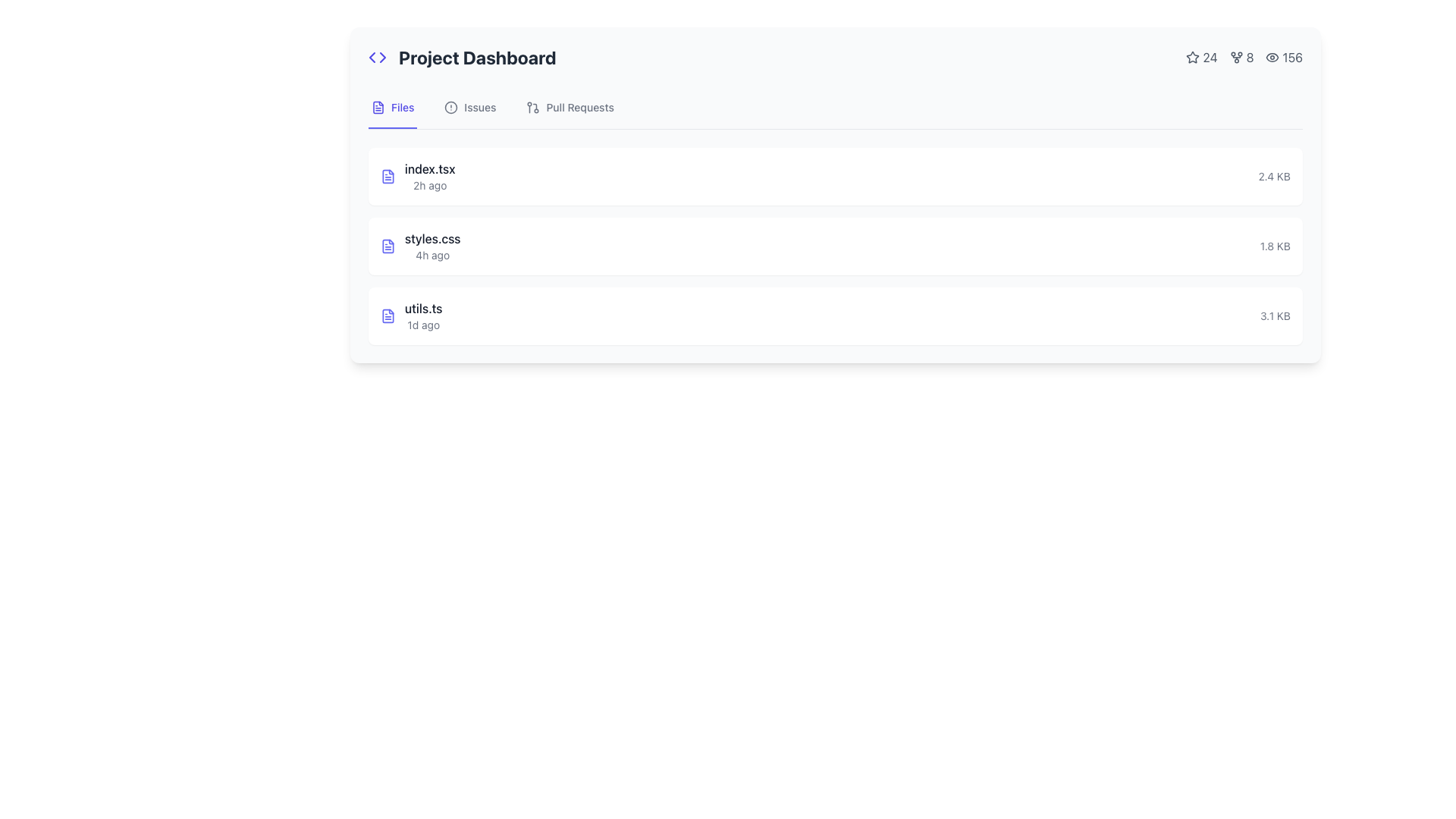 The width and height of the screenshot is (1456, 819). I want to click on the static badge displaying the number '8' in black text, positioned between a star-shaped icon with '24' and an eye-shaped icon with '156' in the Project Dashboard interface, so click(1241, 57).